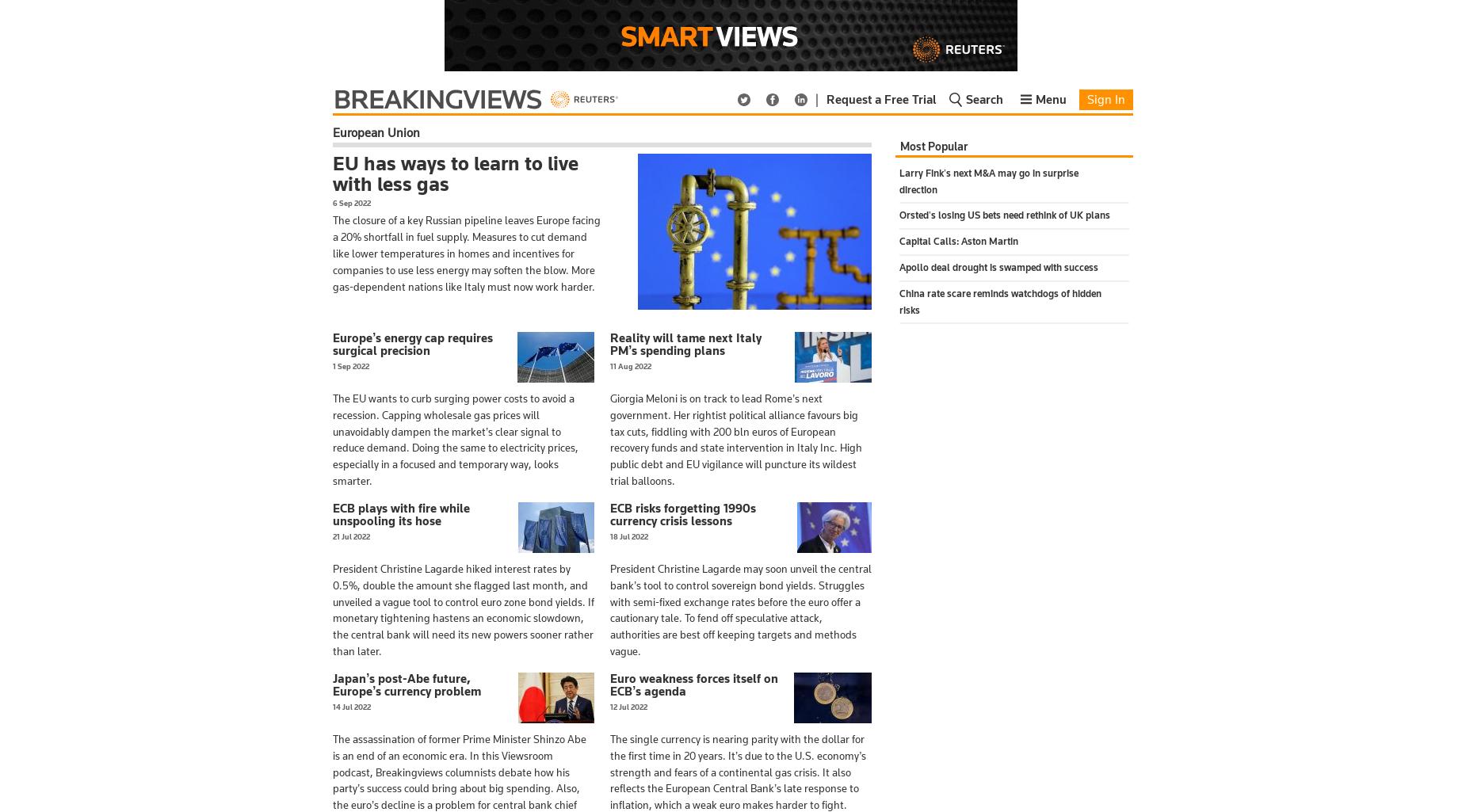 Image resolution: width=1466 pixels, height=812 pixels. What do you see at coordinates (815, 99) in the screenshot?
I see `'|'` at bounding box center [815, 99].